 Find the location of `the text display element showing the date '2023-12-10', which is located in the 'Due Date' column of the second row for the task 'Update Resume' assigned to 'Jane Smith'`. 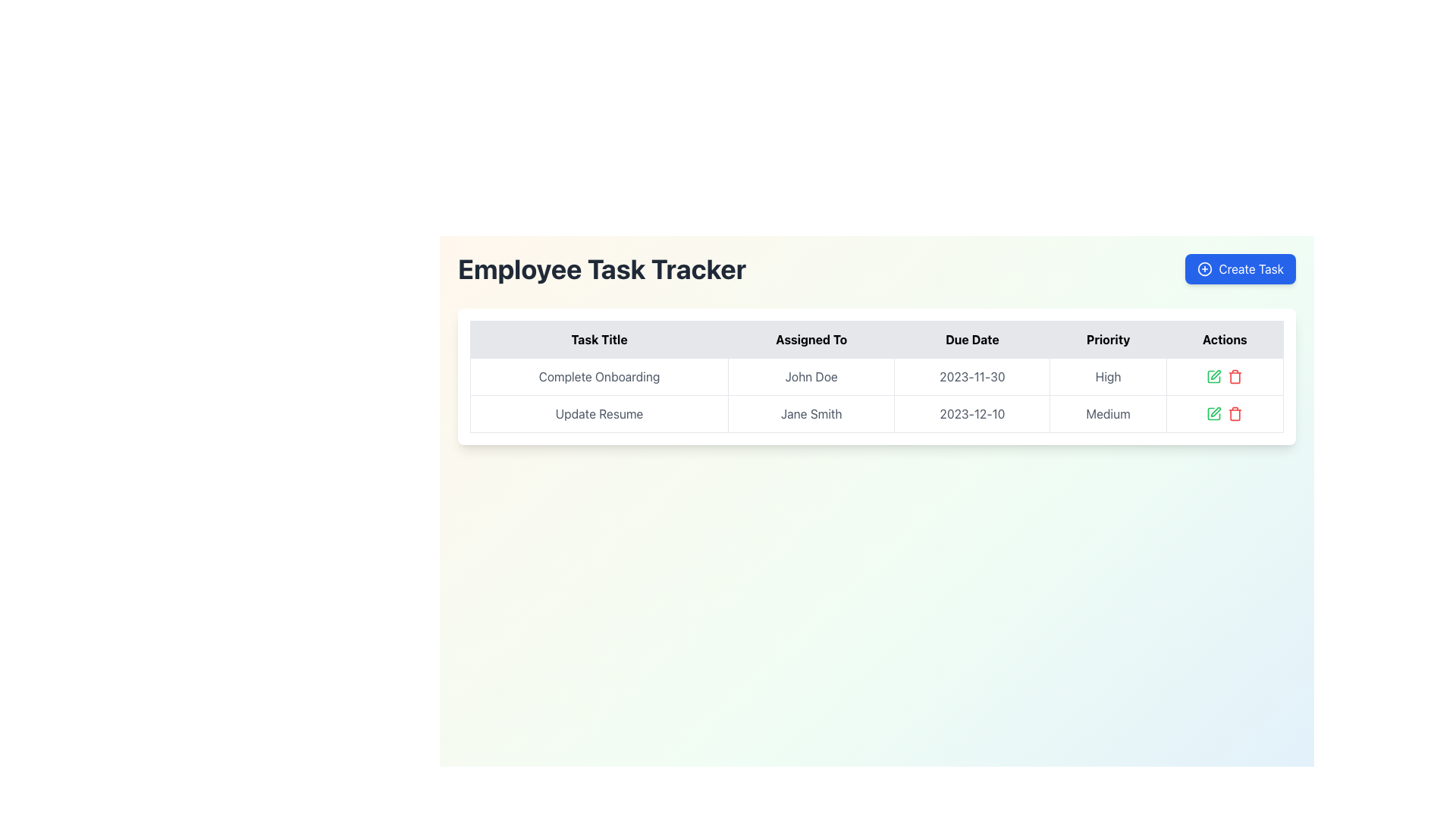

the text display element showing the date '2023-12-10', which is located in the 'Due Date' column of the second row for the task 'Update Resume' assigned to 'Jane Smith' is located at coordinates (972, 414).